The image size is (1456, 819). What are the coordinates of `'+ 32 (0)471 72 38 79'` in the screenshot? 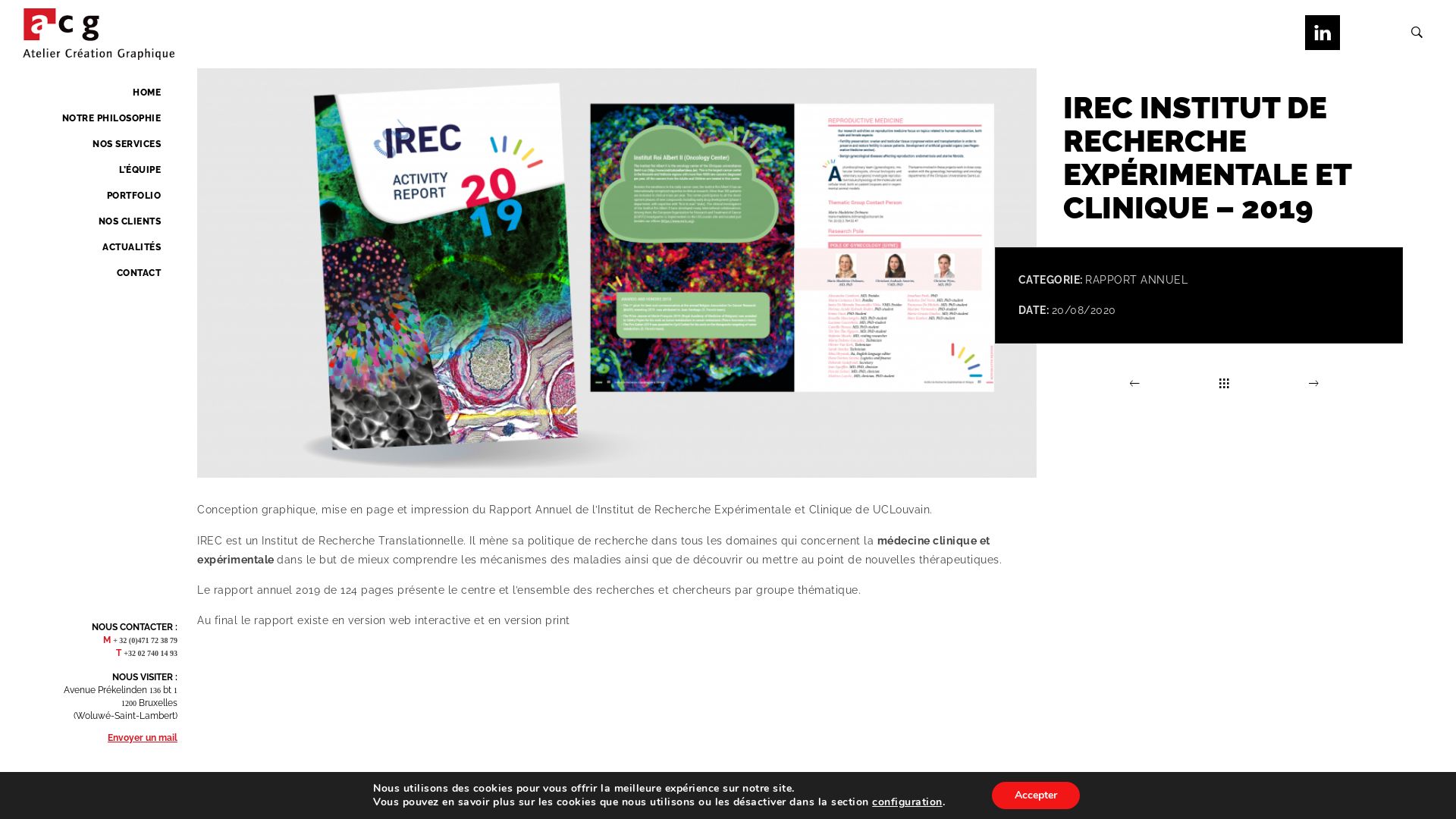 It's located at (145, 640).